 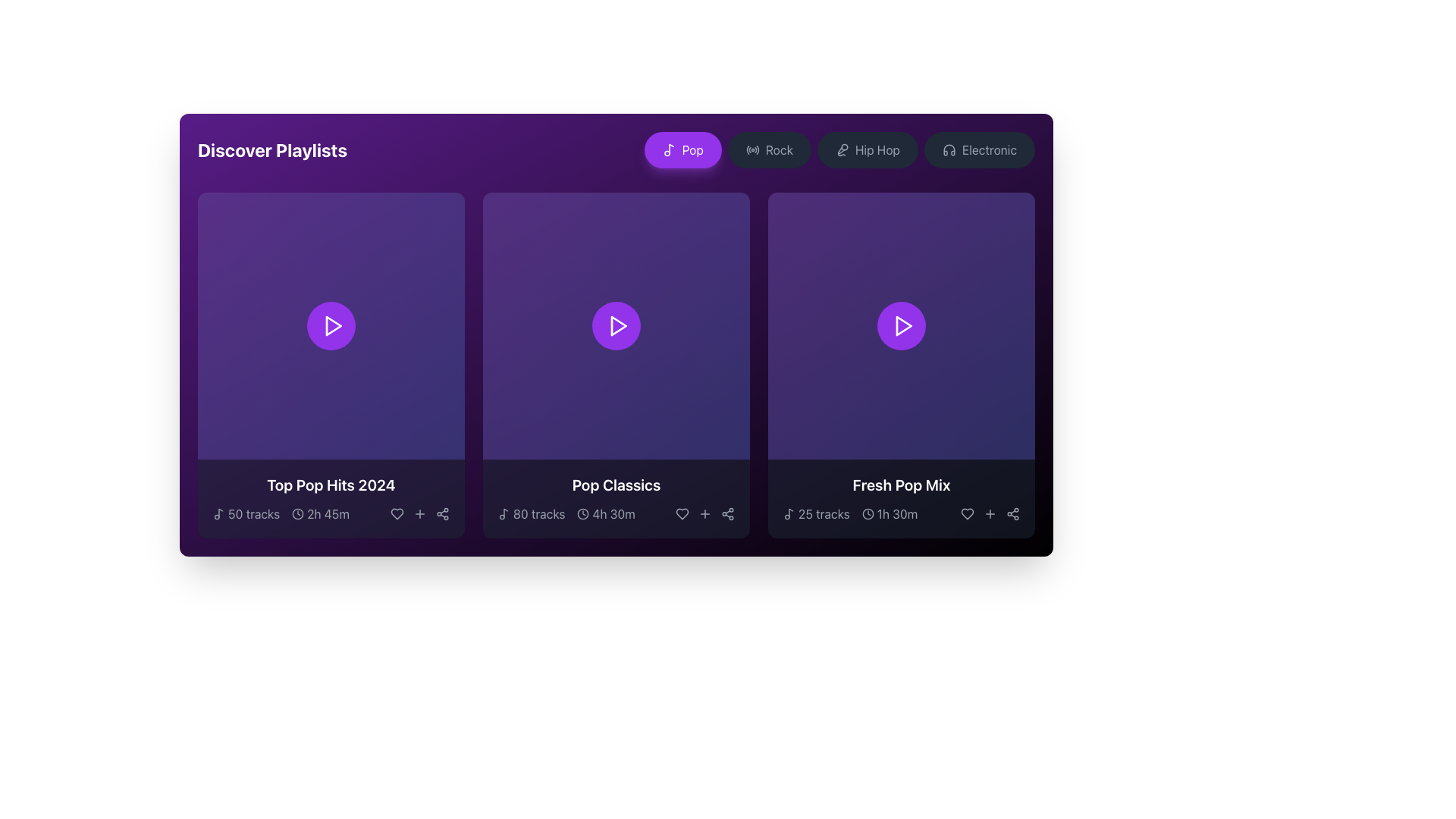 What do you see at coordinates (613, 513) in the screenshot?
I see `the '4h 30m' text label indicating the total duration of the playlist in the 'Pop Classics' card, located between the track count and small icons` at bounding box center [613, 513].